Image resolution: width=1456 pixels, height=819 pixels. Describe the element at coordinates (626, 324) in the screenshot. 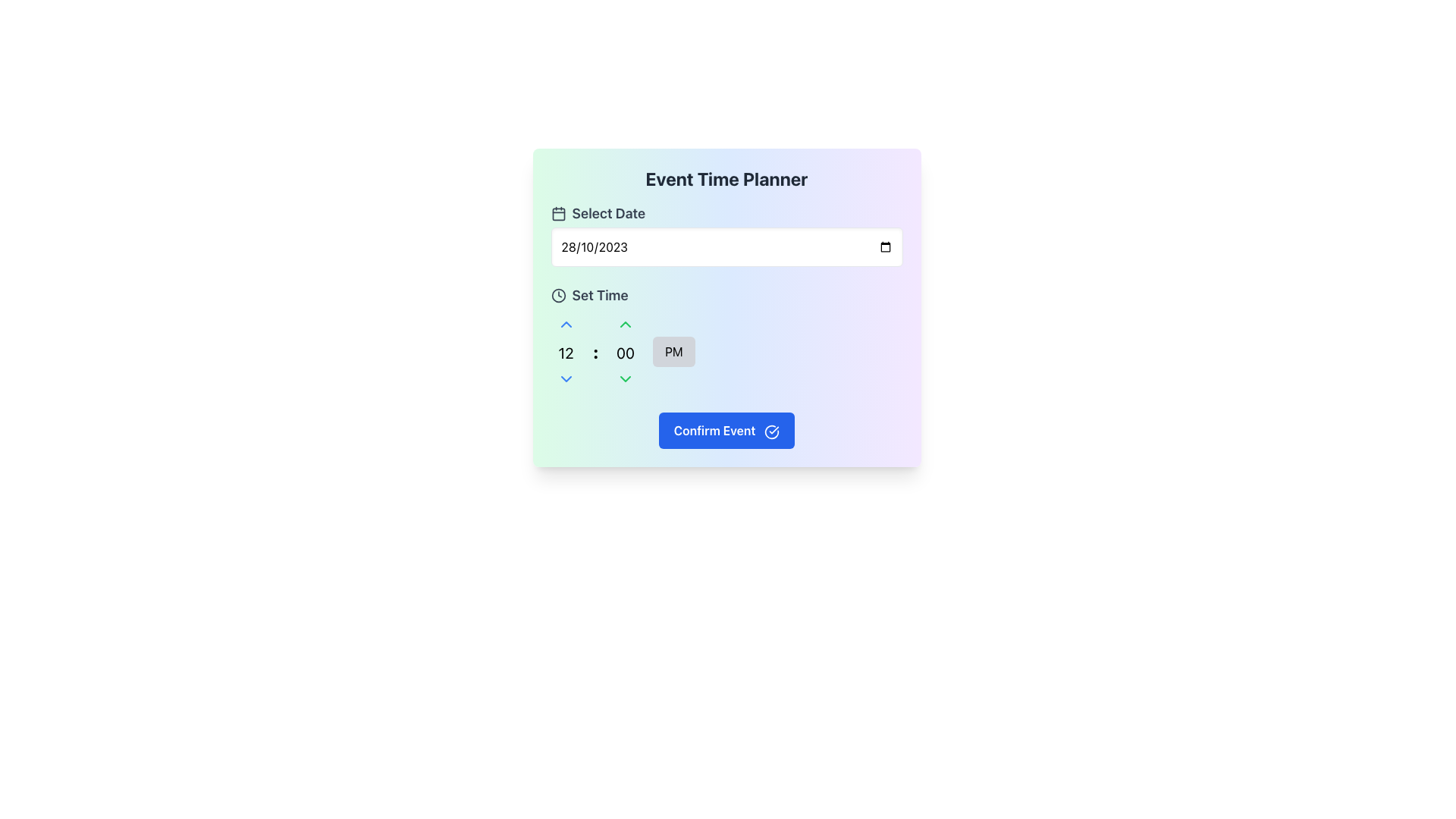

I see `the button that increments the minute value in the 'Set Time' section, positioned between the hour and minute adjustment sections, above the '00' text` at that location.